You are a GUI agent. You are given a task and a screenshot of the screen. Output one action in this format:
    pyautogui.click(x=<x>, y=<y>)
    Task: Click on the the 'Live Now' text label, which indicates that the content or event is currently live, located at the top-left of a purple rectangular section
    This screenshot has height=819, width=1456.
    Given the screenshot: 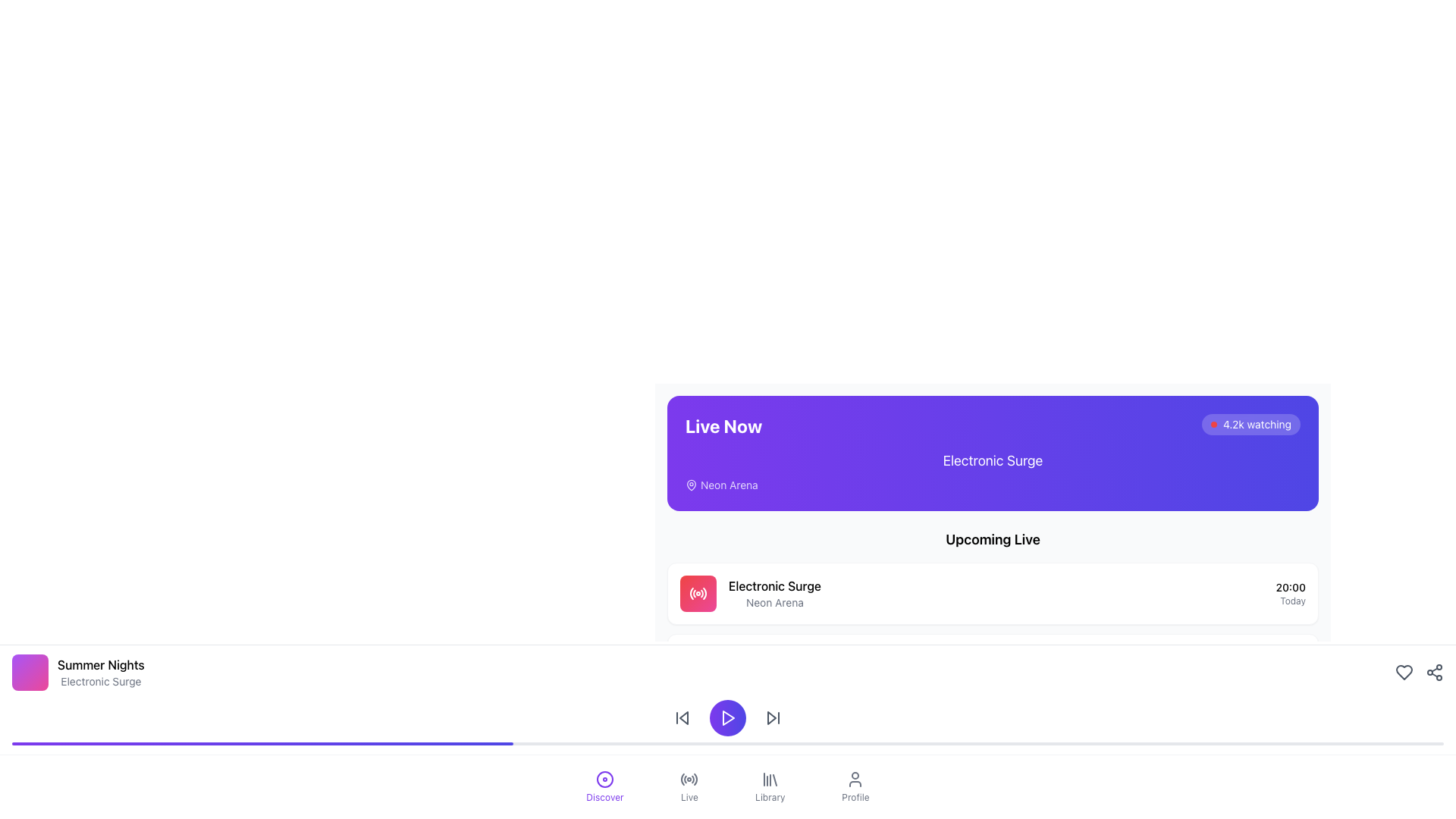 What is the action you would take?
    pyautogui.click(x=723, y=426)
    